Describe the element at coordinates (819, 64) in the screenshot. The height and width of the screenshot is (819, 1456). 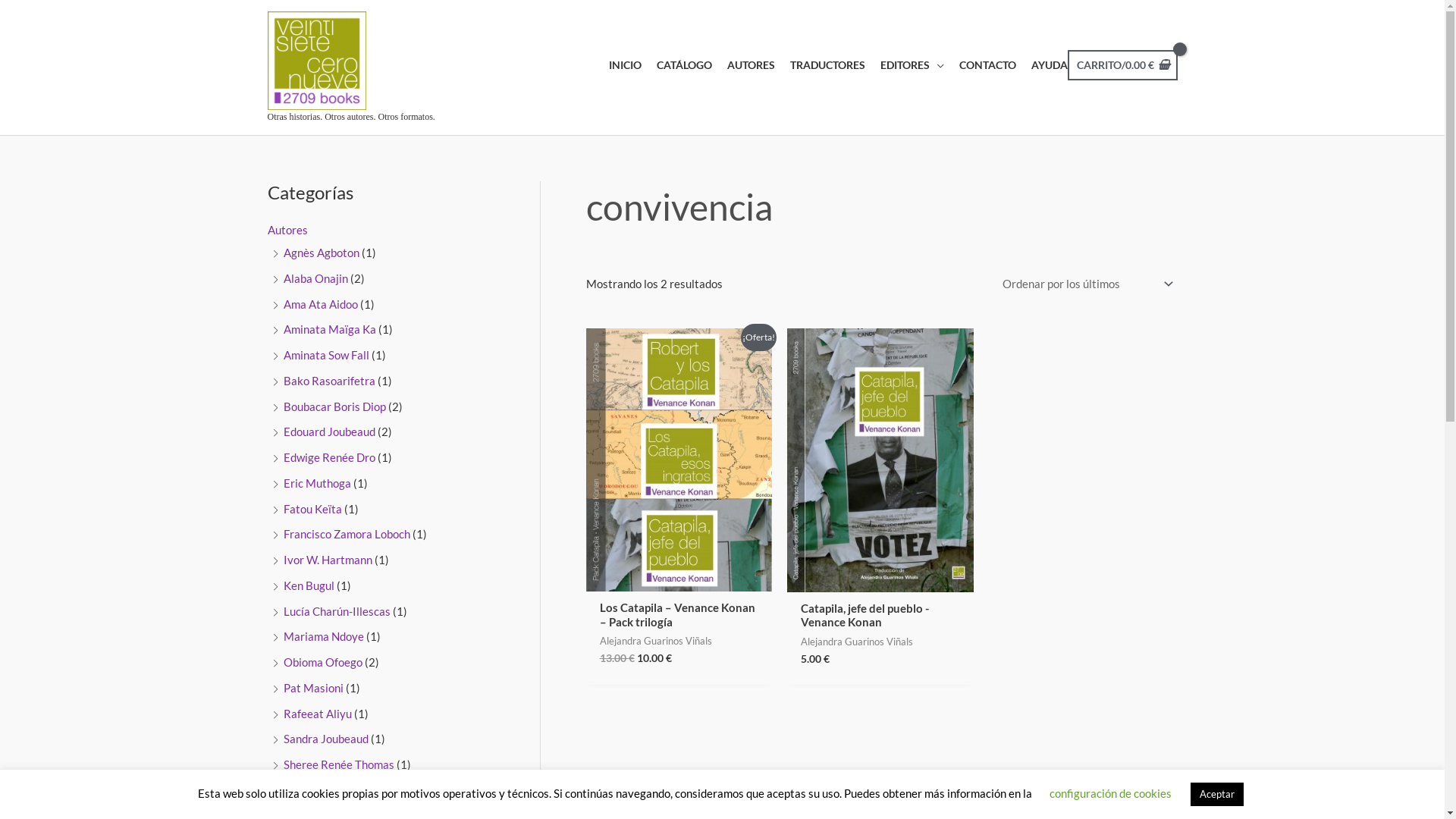
I see `'TRADUCTORES'` at that location.